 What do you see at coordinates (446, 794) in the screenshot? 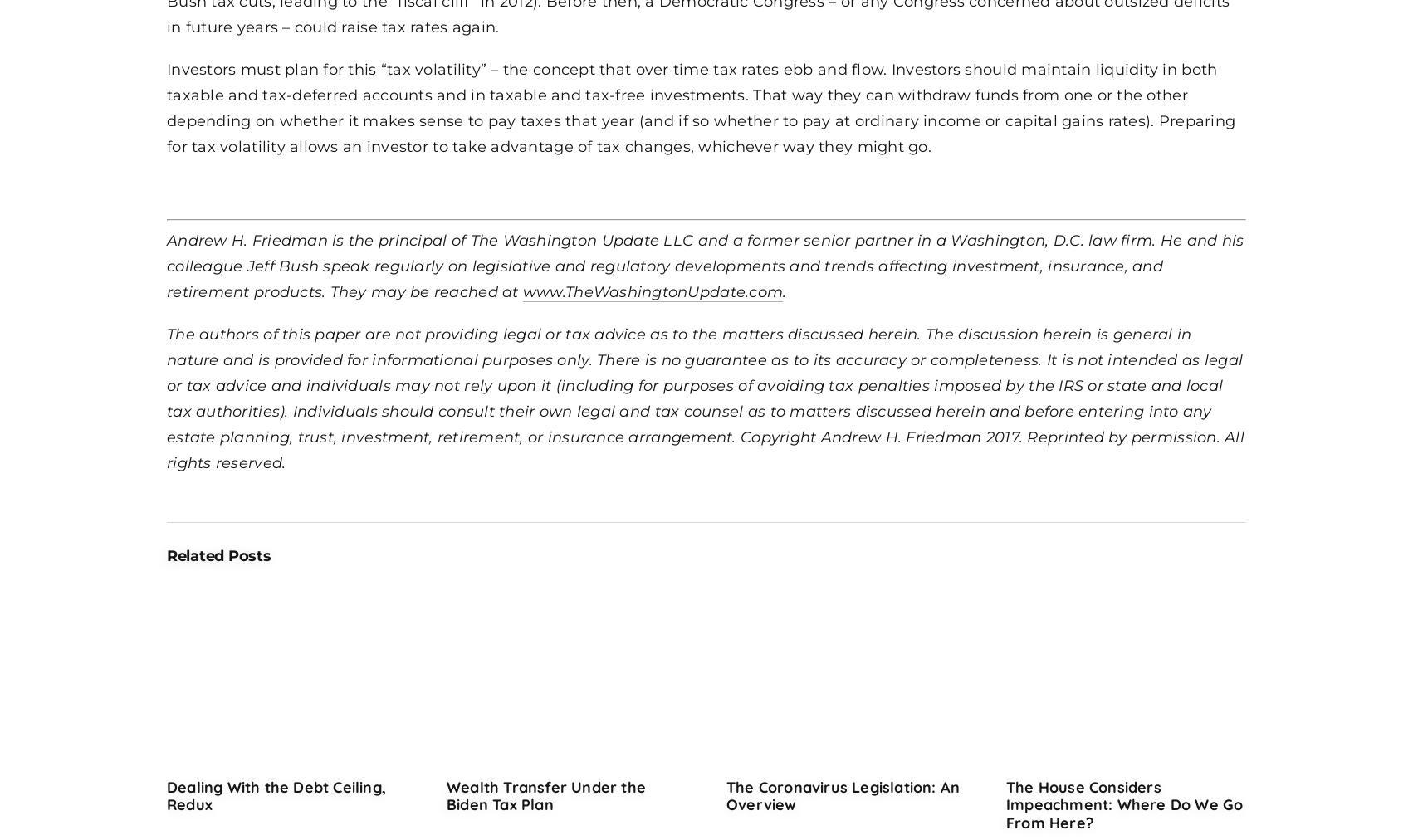
I see `'Wealth Transfer Under the Biden Tax Plan'` at bounding box center [446, 794].